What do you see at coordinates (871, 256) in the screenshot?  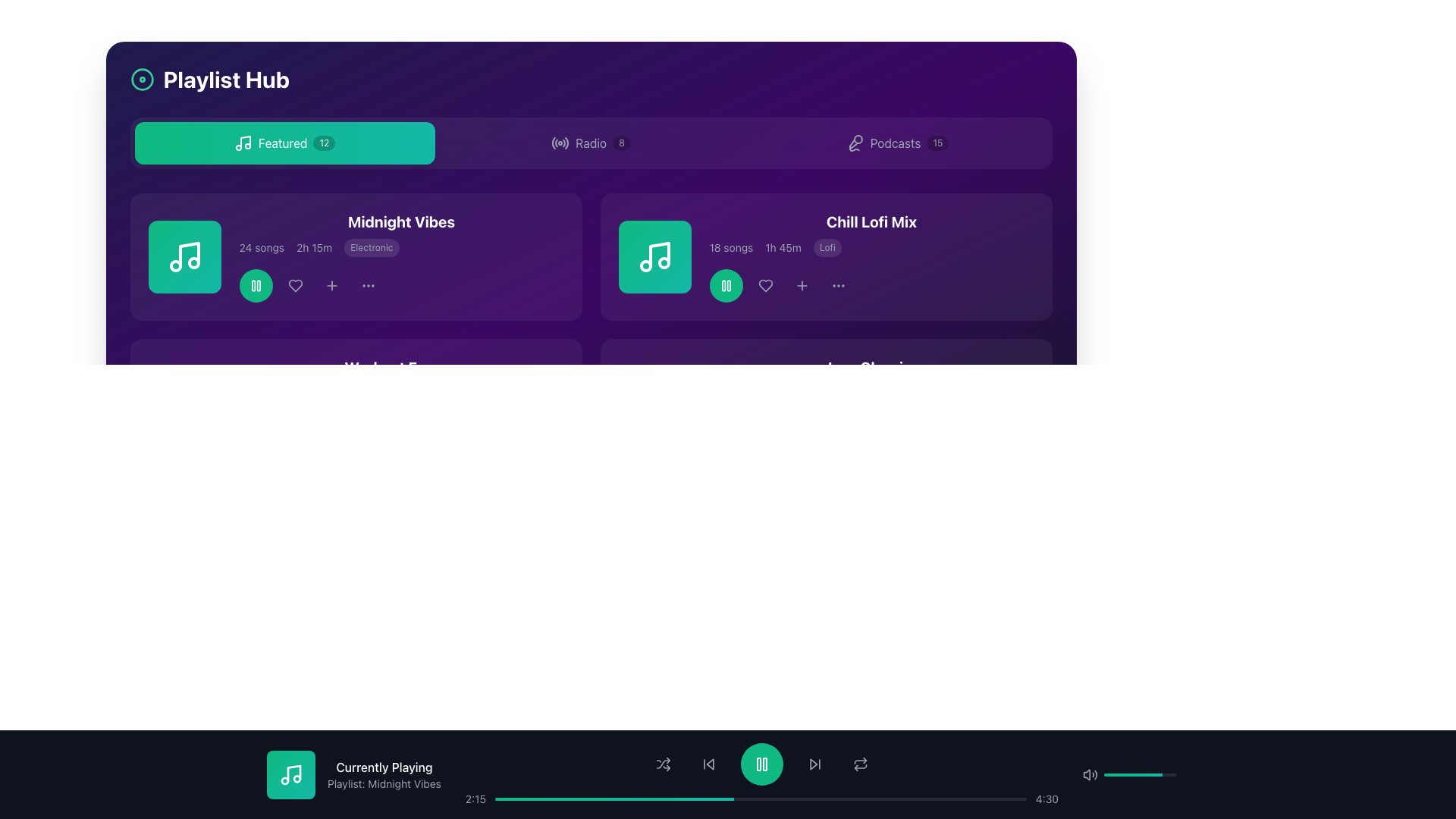 I see `the Information Display Box for the playlist 'Chill Lofi Mix' located in the second card of the 'Featured' section in the 'Playlist Hub' interface` at bounding box center [871, 256].